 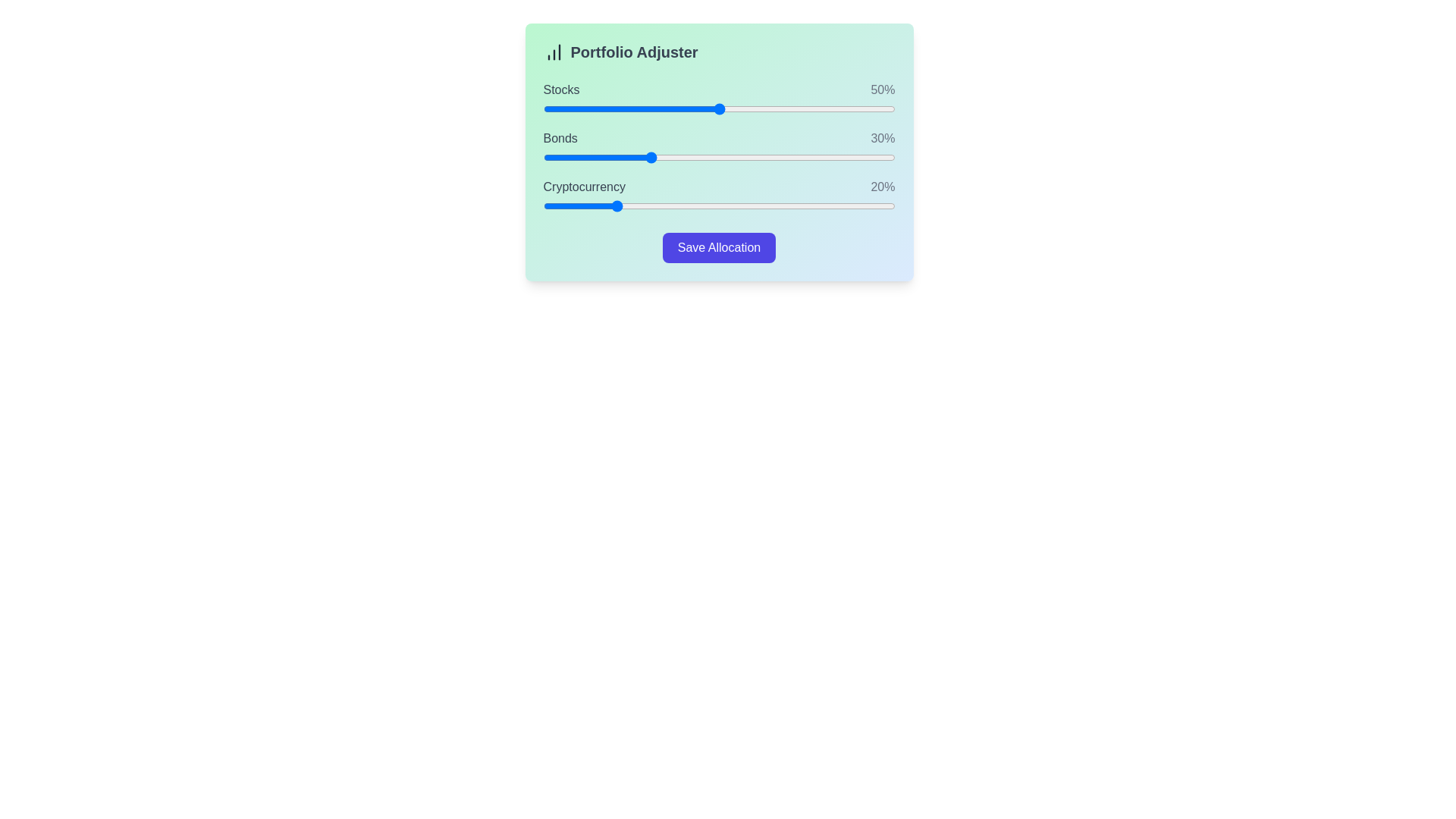 I want to click on the 'Cryptocurrency' slider to set its value to 97, so click(x=884, y=206).